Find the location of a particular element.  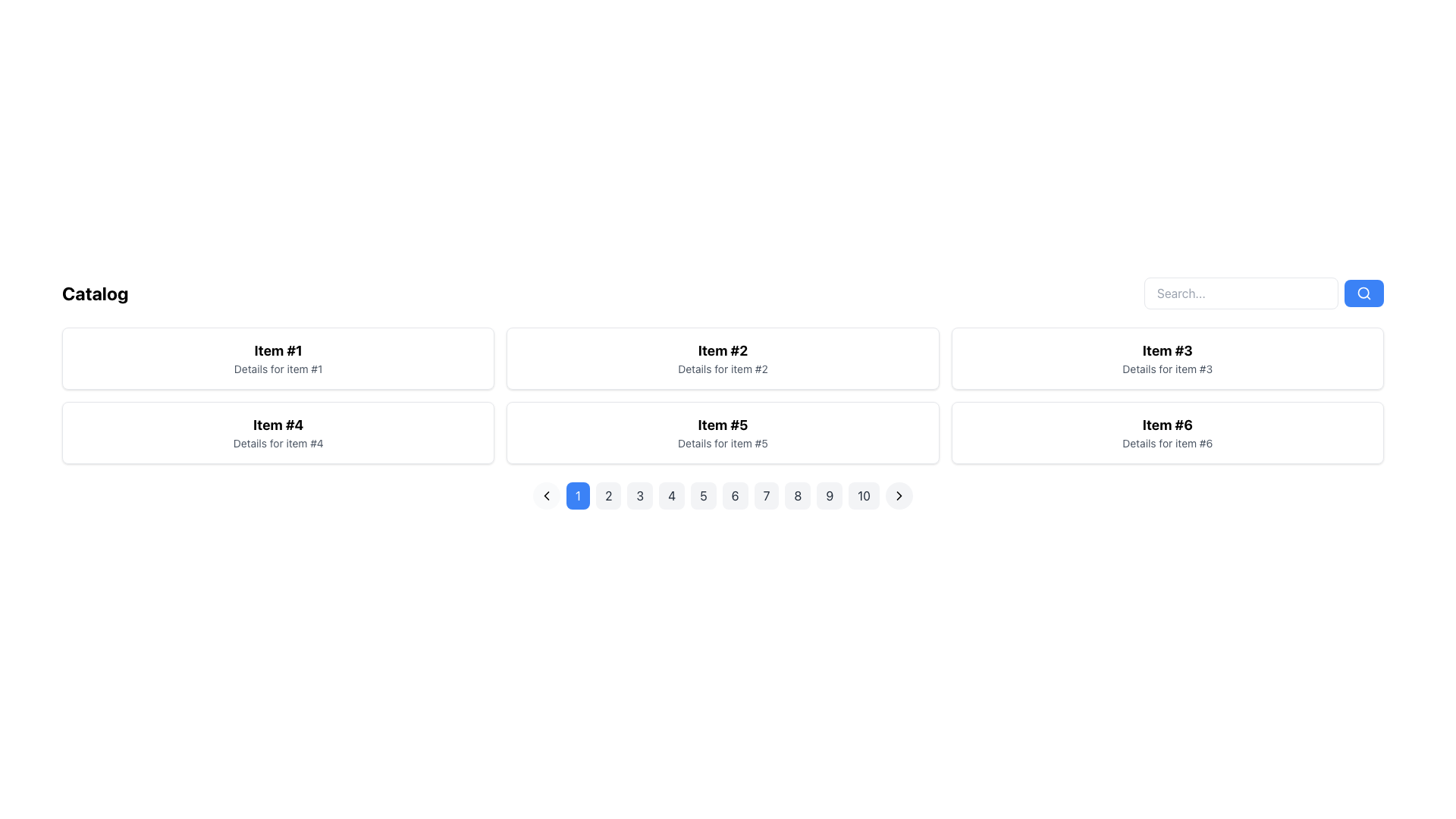

the static text label that provides additional information about 'Item #5', located below the title 'Item #5' is located at coordinates (722, 444).